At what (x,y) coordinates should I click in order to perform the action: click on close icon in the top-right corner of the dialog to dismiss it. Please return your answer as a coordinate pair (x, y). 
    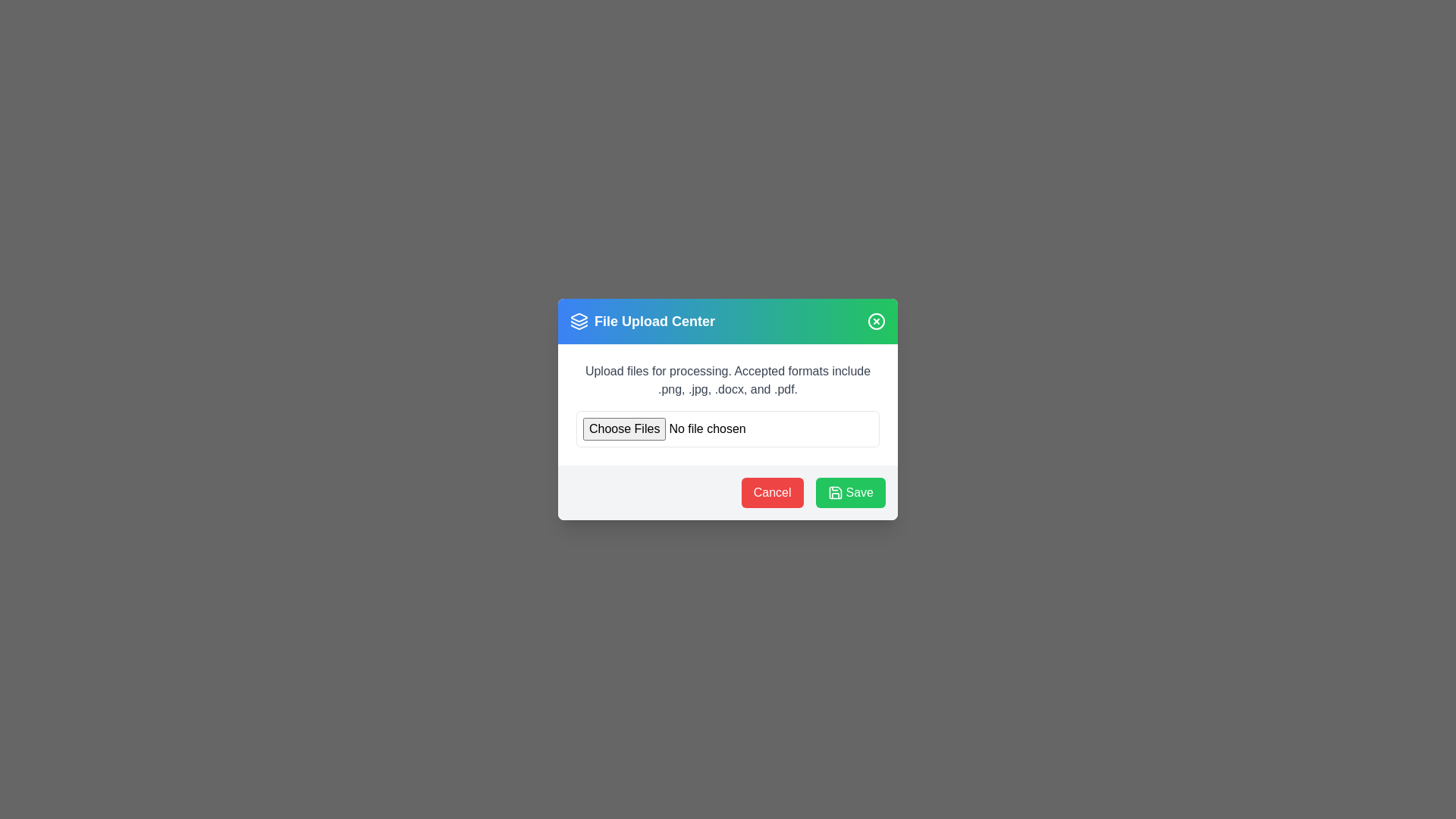
    Looking at the image, I should click on (877, 321).